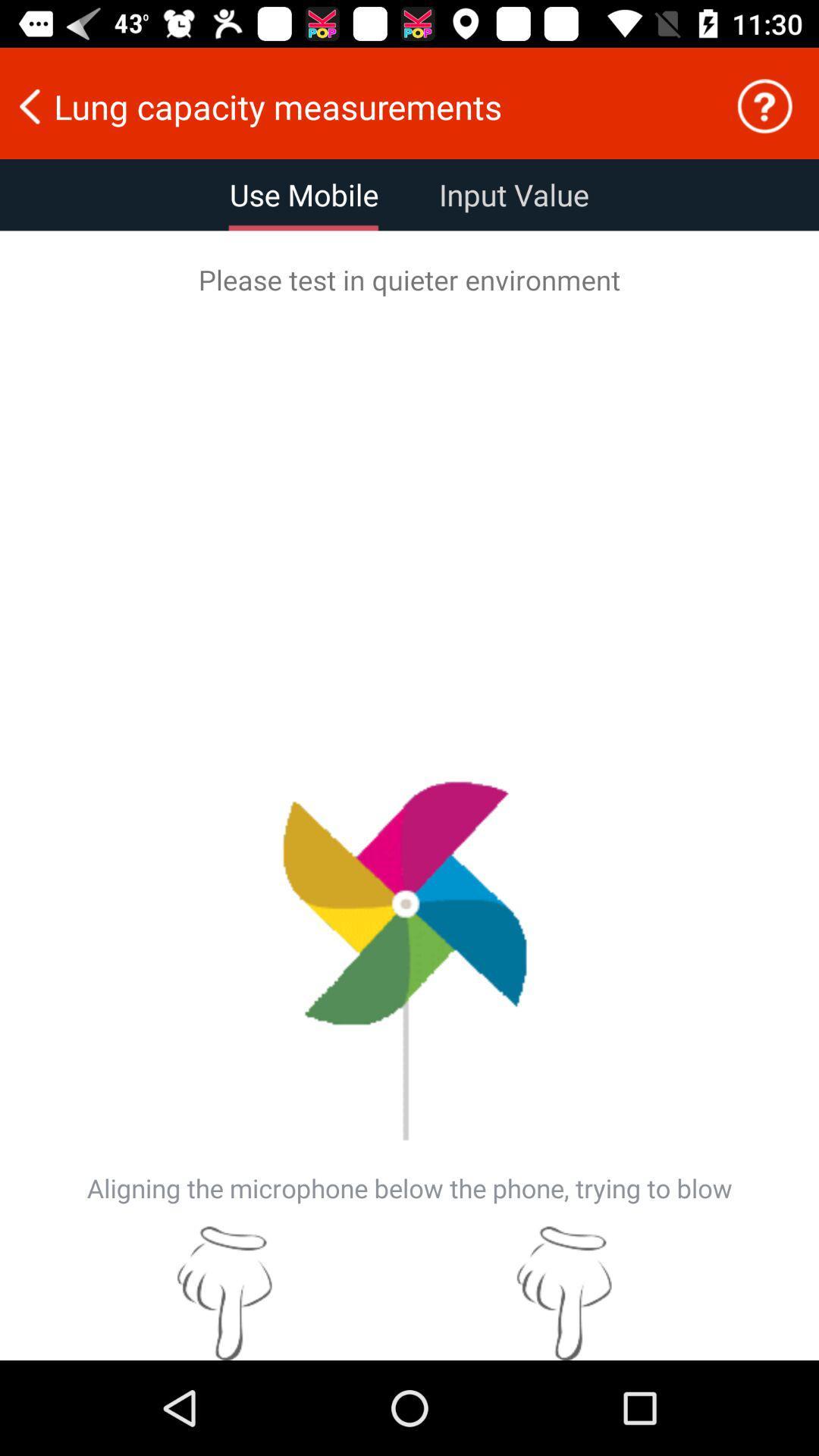 The image size is (819, 1456). What do you see at coordinates (357, 105) in the screenshot?
I see `lung capacity measurements` at bounding box center [357, 105].